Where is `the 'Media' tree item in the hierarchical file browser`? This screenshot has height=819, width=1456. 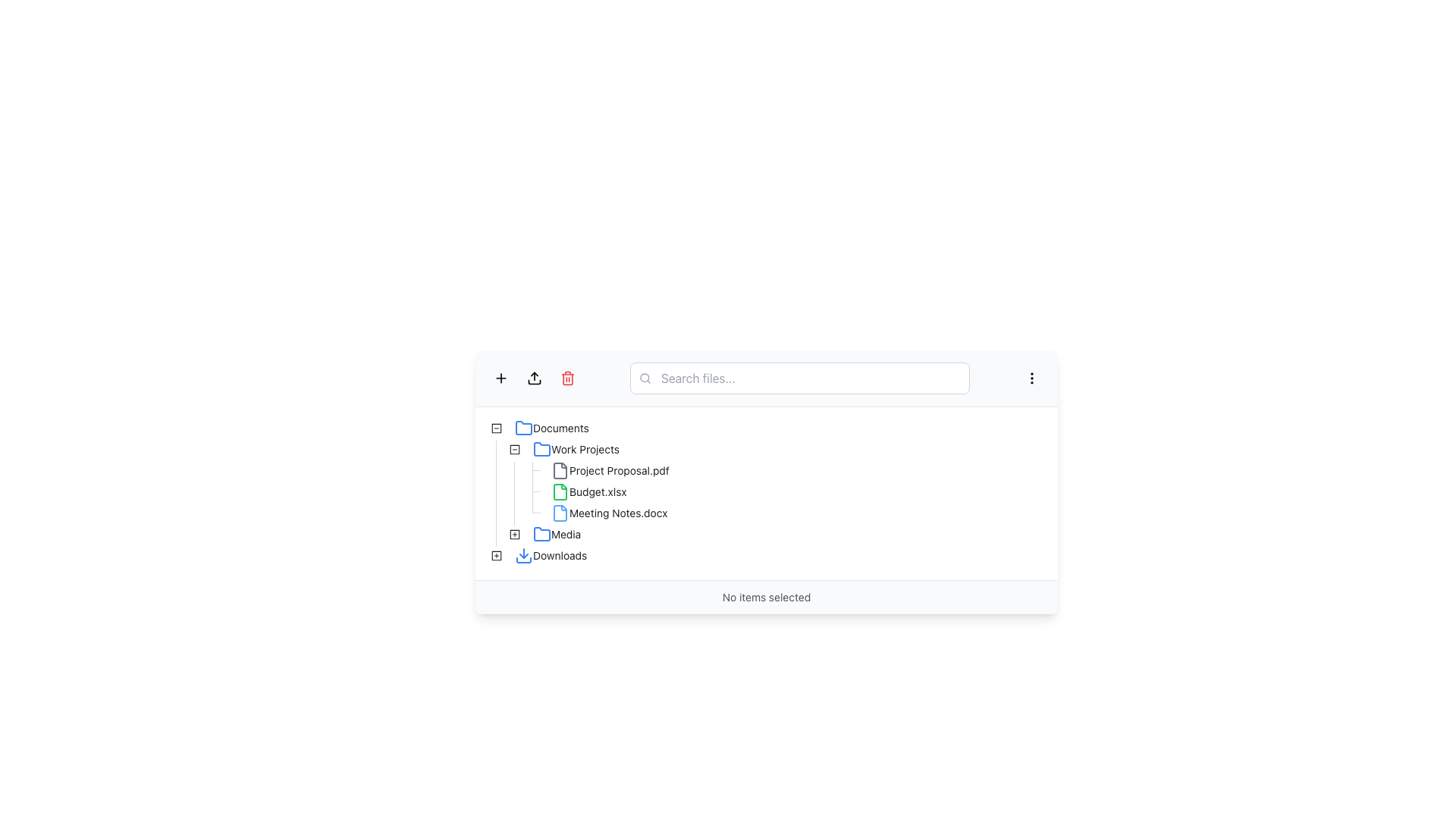 the 'Media' tree item in the hierarchical file browser is located at coordinates (556, 534).